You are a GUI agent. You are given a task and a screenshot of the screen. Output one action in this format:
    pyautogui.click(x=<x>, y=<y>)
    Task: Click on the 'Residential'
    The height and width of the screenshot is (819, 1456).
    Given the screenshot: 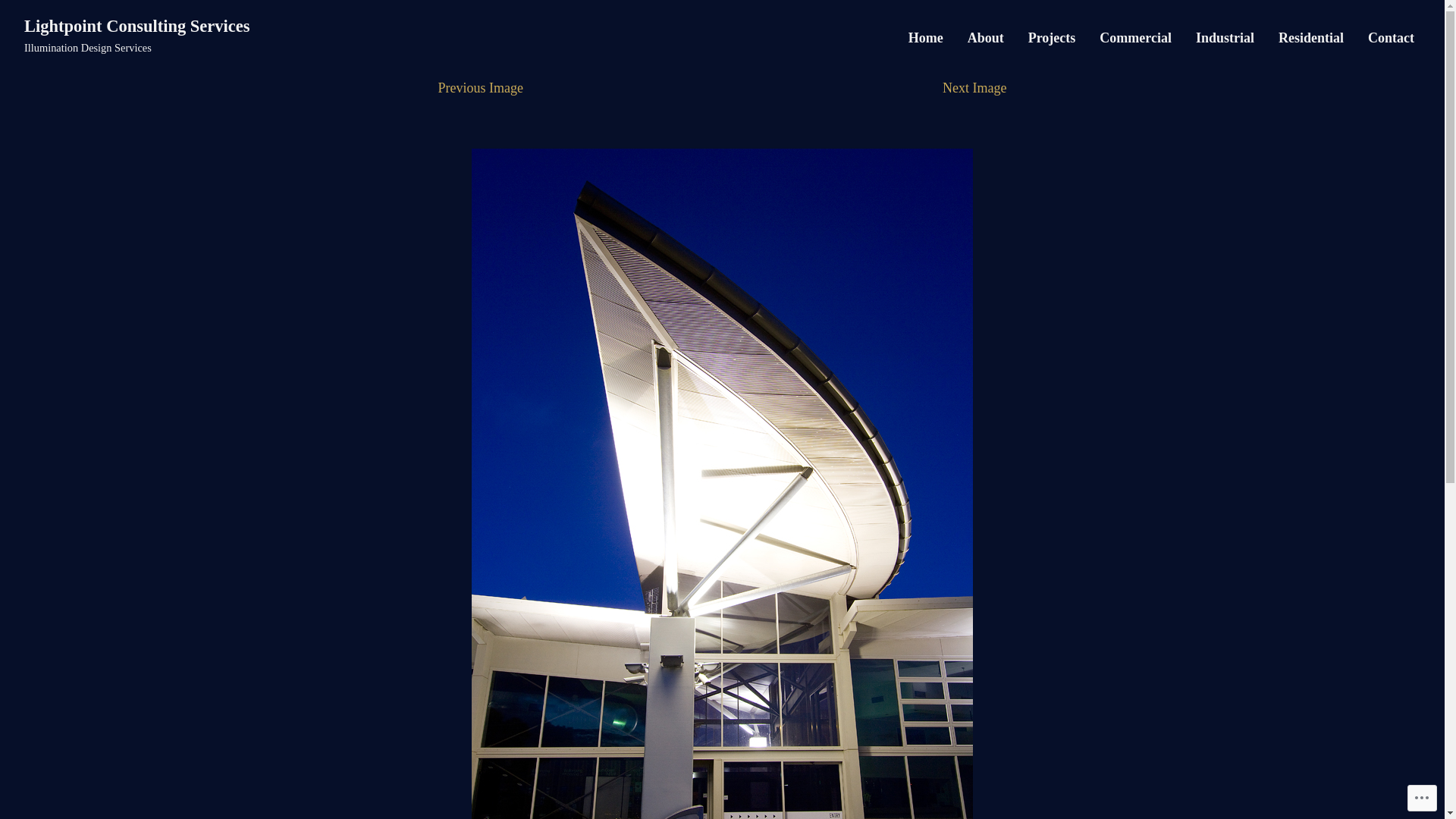 What is the action you would take?
    pyautogui.click(x=1310, y=37)
    